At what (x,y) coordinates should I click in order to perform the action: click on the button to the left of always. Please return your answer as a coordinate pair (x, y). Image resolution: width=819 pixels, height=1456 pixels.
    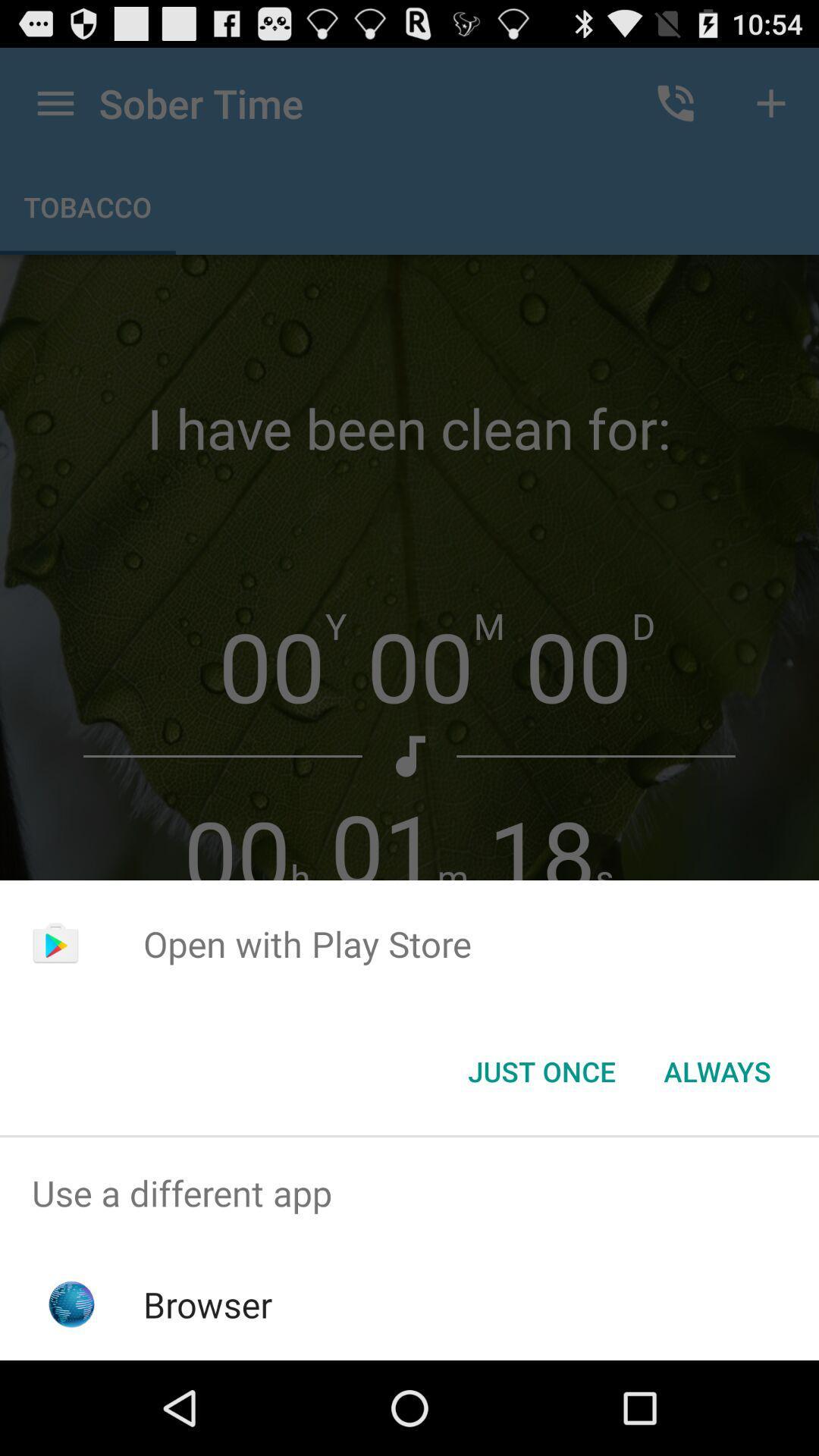
    Looking at the image, I should click on (541, 1070).